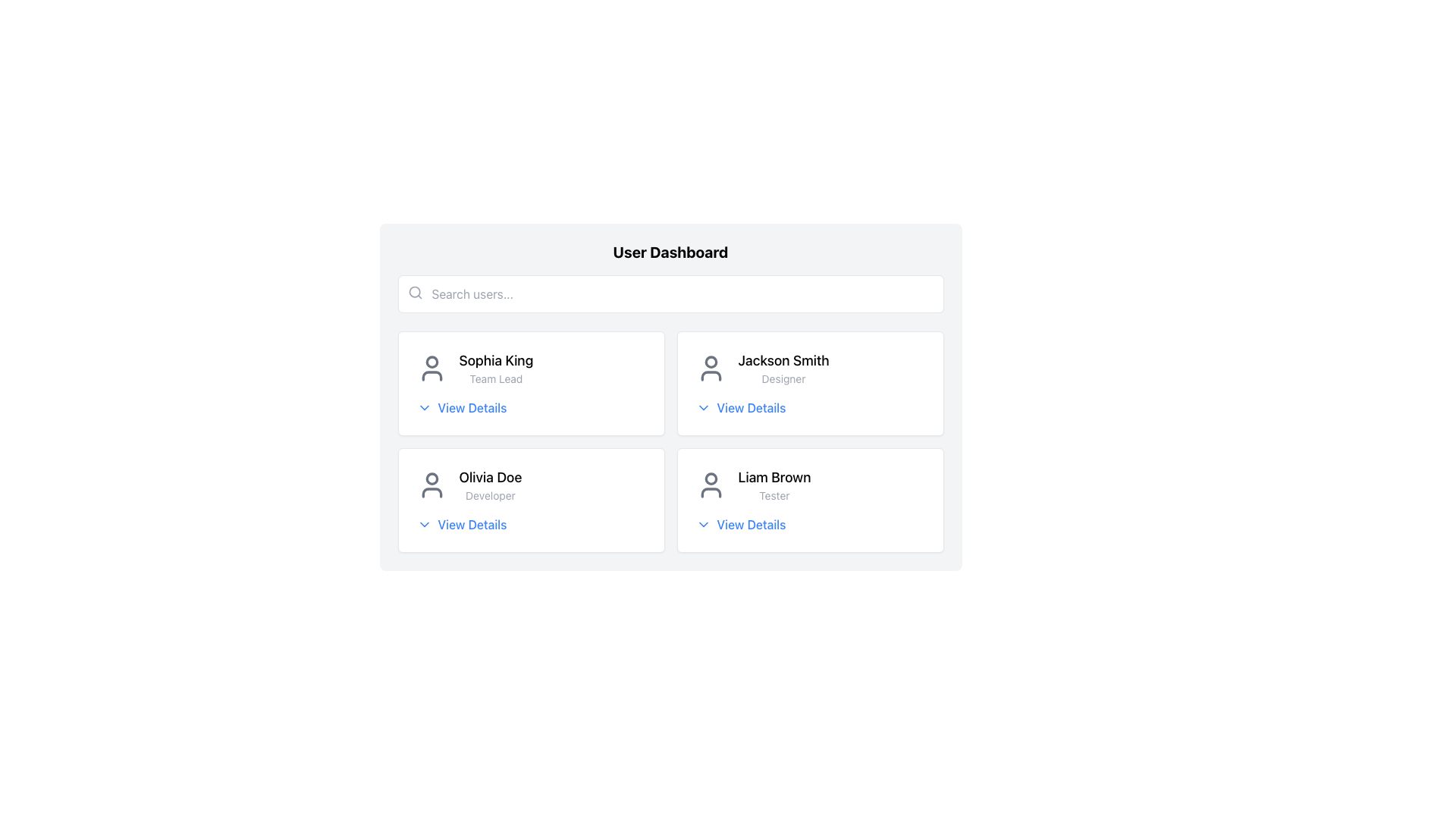 The height and width of the screenshot is (819, 1456). Describe the element at coordinates (809, 369) in the screenshot. I see `the text label that identifies the user in the dashboard, located in the second card on the top right section of the layout grid, above the 'View Details' element` at that location.